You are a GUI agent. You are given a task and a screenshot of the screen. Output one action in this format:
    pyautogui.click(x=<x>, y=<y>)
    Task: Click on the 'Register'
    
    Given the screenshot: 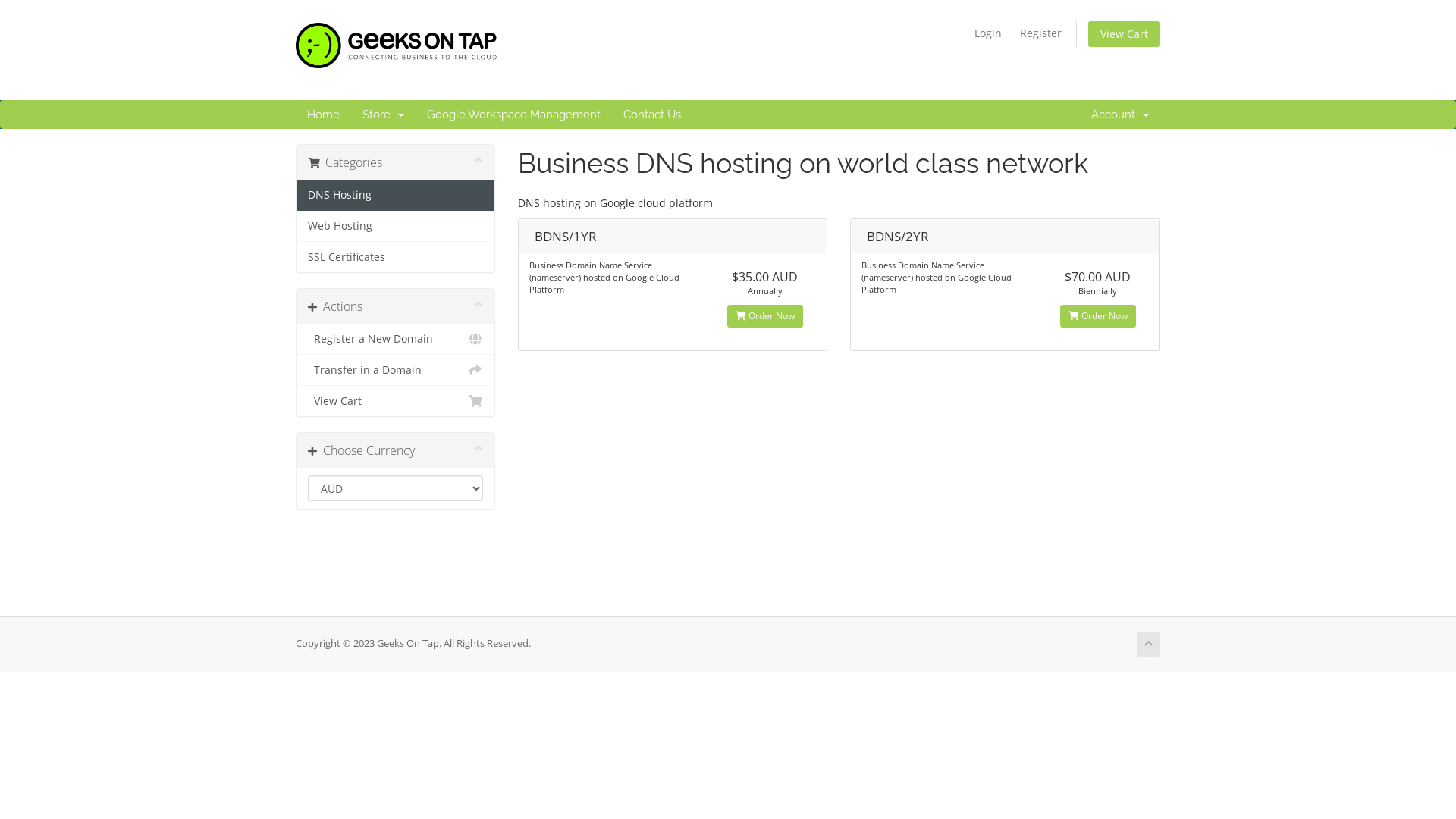 What is the action you would take?
    pyautogui.click(x=1040, y=33)
    